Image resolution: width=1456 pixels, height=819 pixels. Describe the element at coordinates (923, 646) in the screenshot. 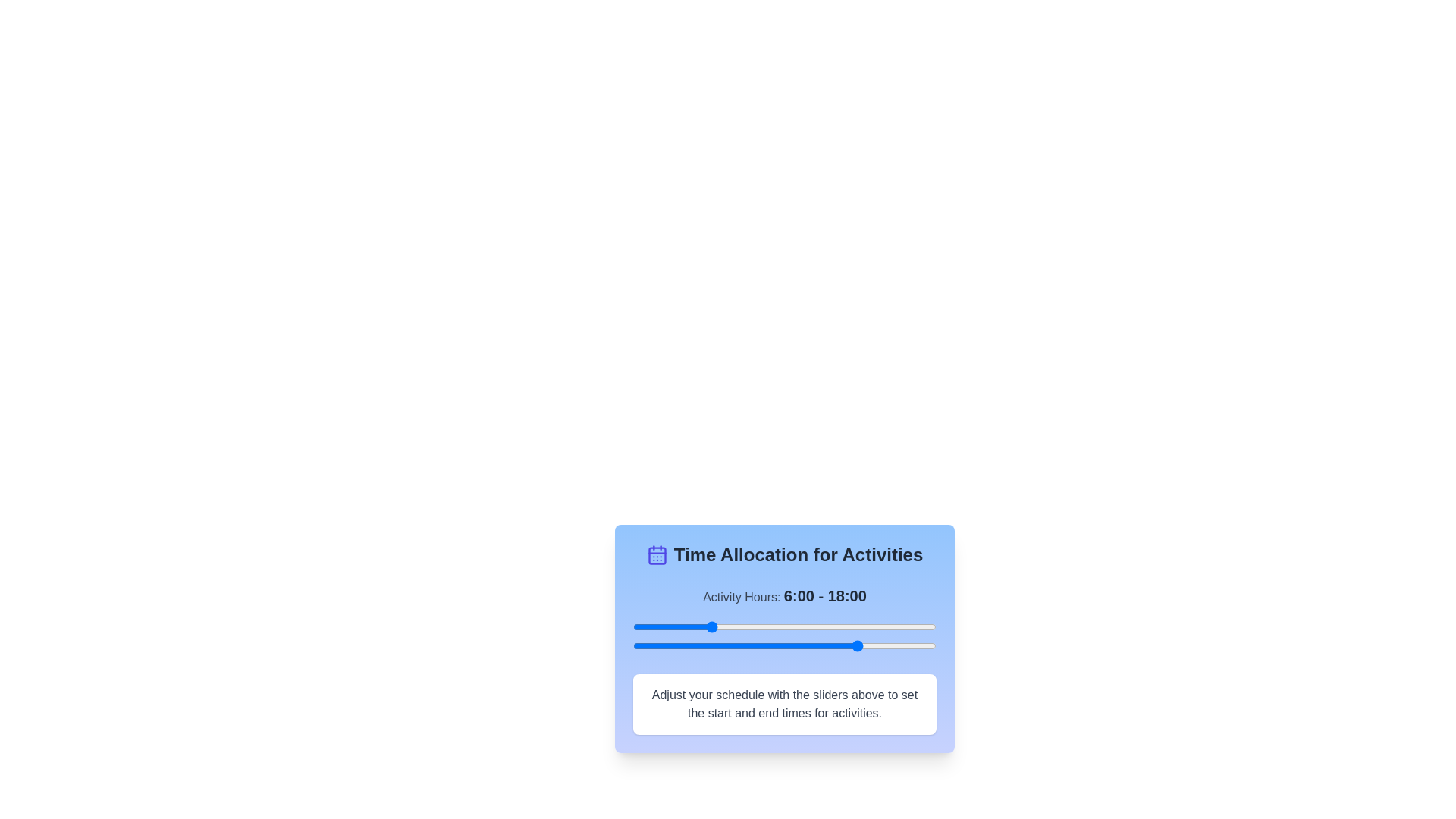

I see `the end time slider to 23 hours` at that location.